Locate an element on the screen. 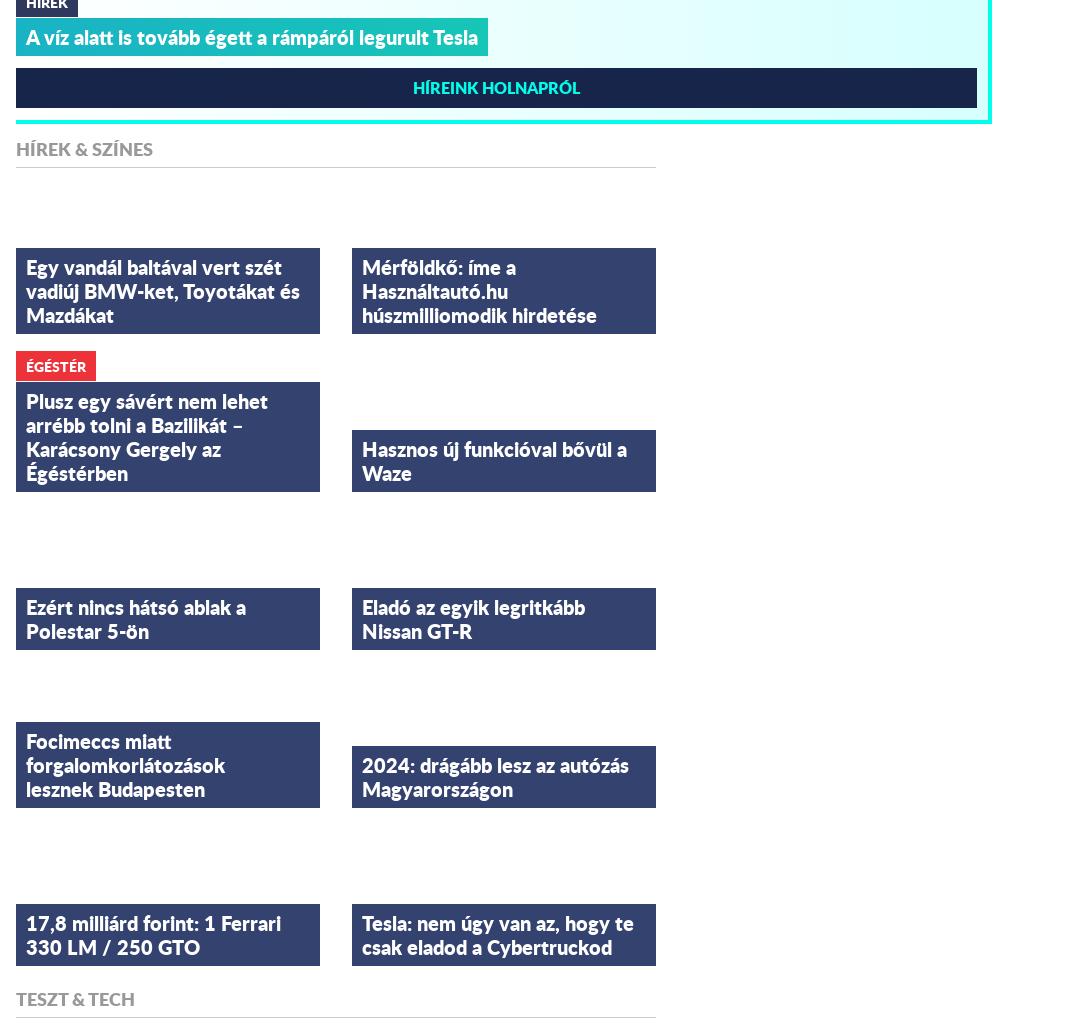 The width and height of the screenshot is (1089, 1027). 'Mérföldkő: íme a Használtautó.hu húszmilliomodik hirdetése' is located at coordinates (479, 289).